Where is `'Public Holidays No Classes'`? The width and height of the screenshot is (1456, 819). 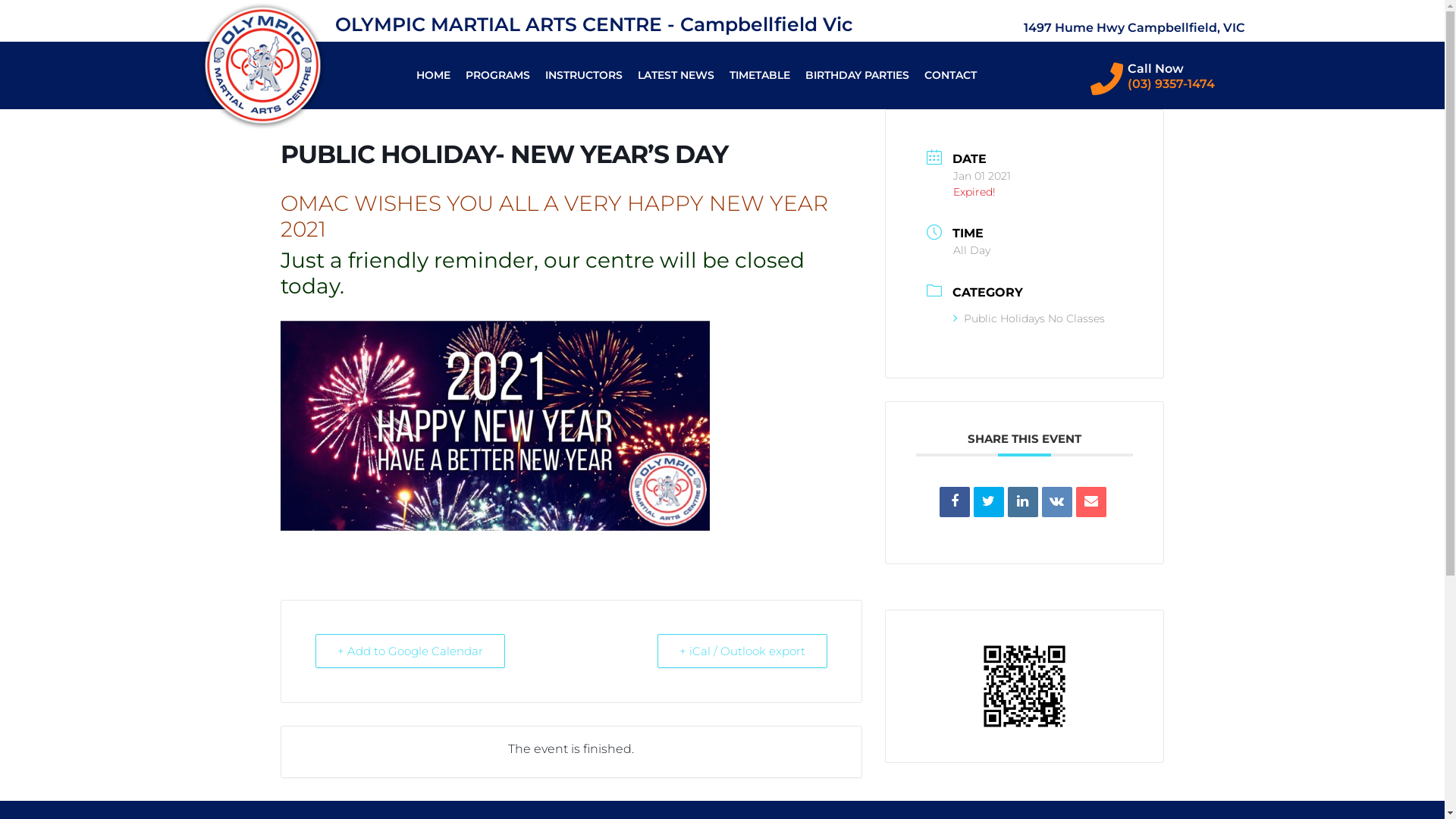 'Public Holidays No Classes' is located at coordinates (1029, 318).